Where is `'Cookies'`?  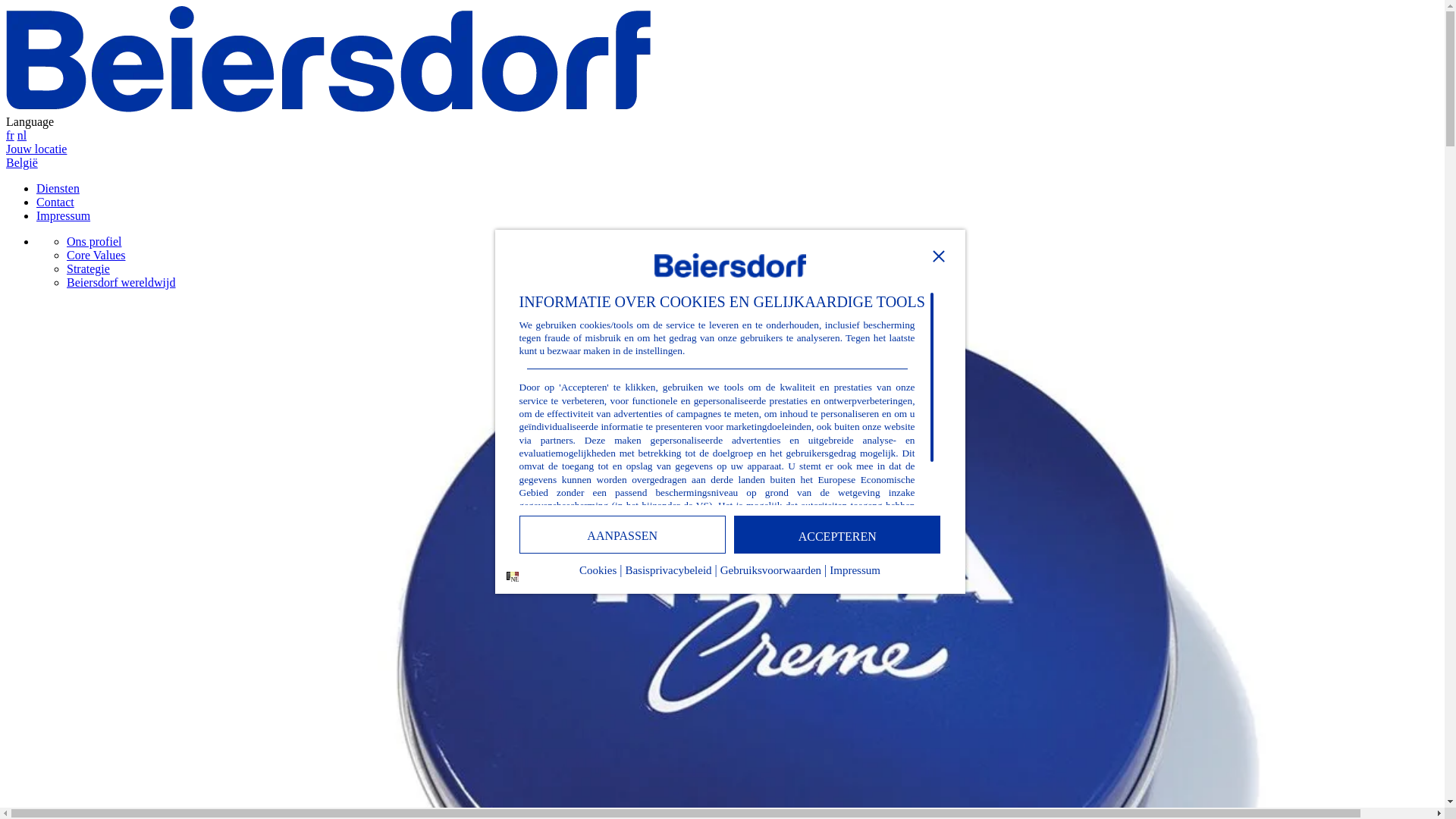
'Cookies' is located at coordinates (597, 574).